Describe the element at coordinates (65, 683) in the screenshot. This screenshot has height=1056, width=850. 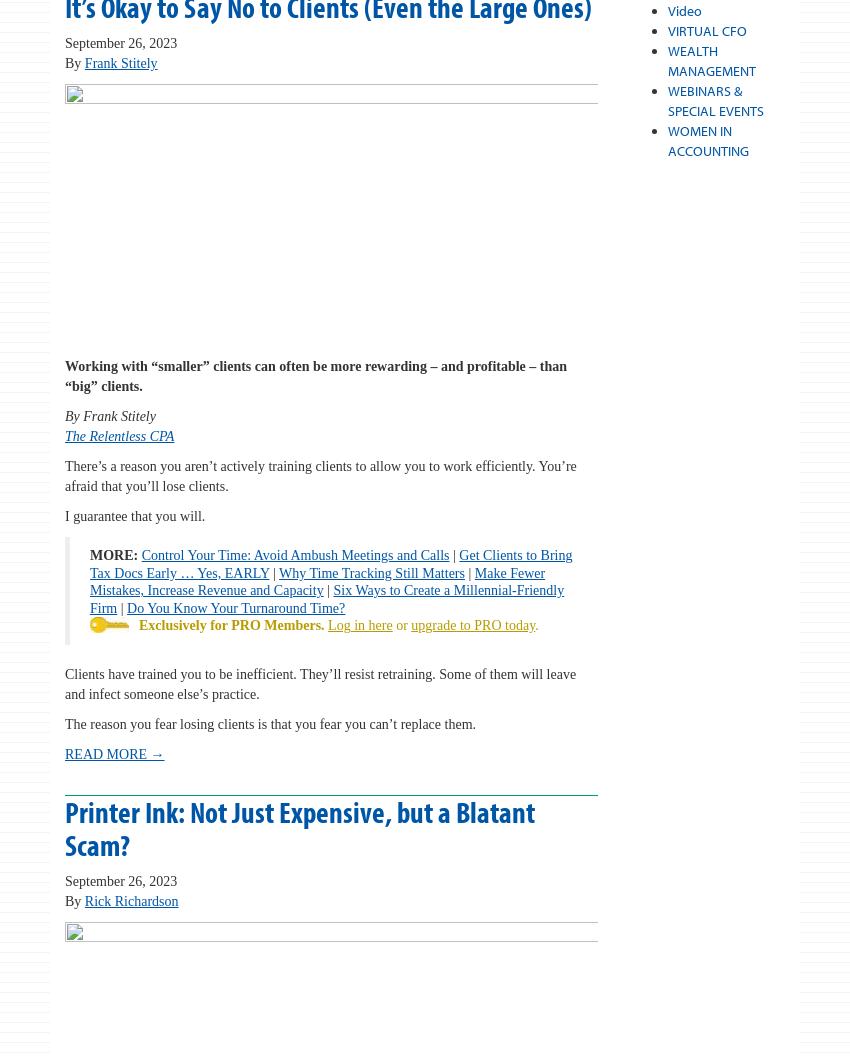
I see `'Clients have trained you to be inefficient. They’ll resist retraining. Some of them will leave and infect someone else’s practice.'` at that location.